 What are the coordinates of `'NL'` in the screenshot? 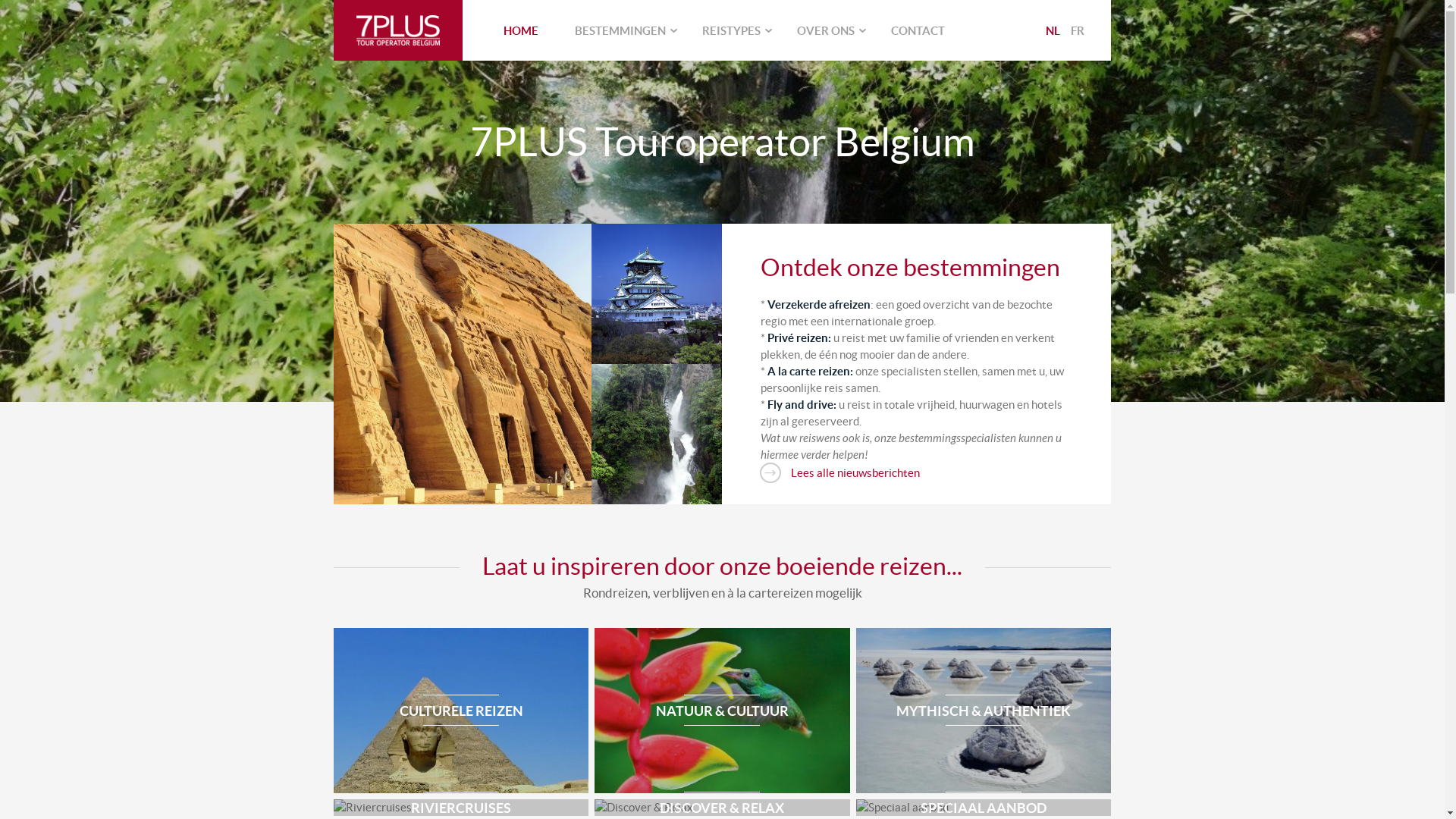 It's located at (1052, 30).